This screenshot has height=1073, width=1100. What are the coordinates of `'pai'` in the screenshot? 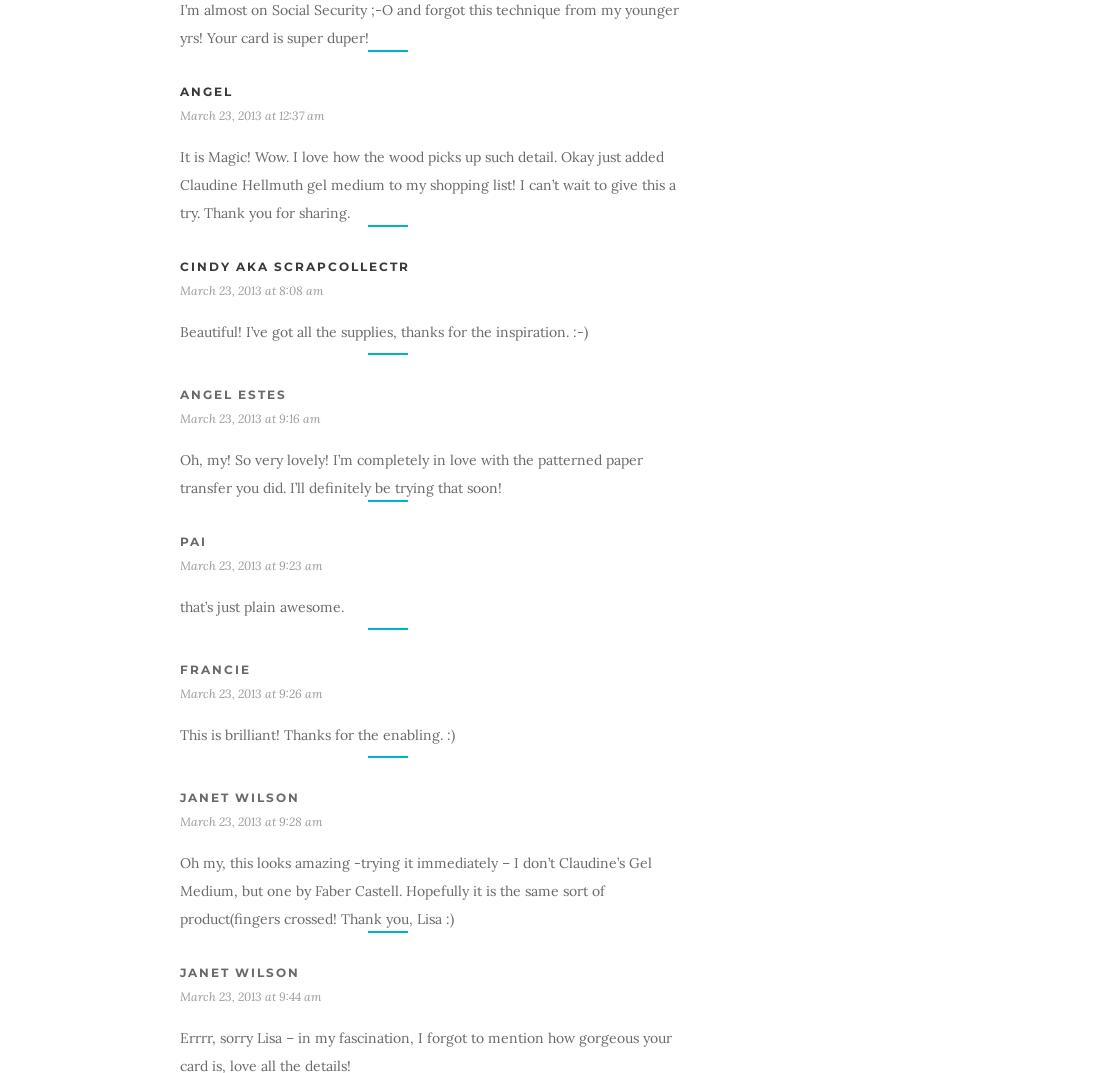 It's located at (178, 540).